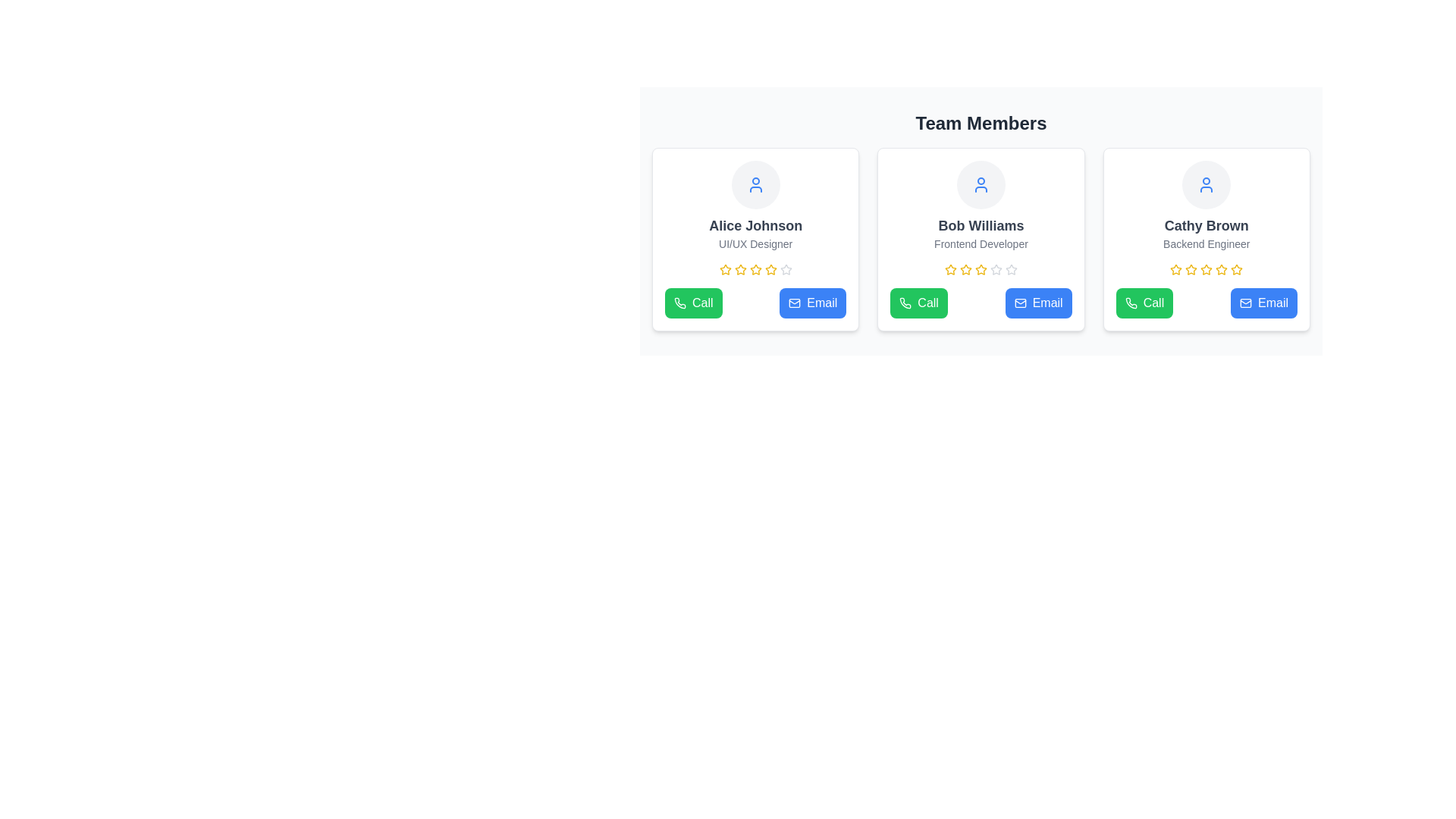 The width and height of the screenshot is (1456, 819). I want to click on the phone icon representing the call functionality for Bob Williams, so click(905, 303).